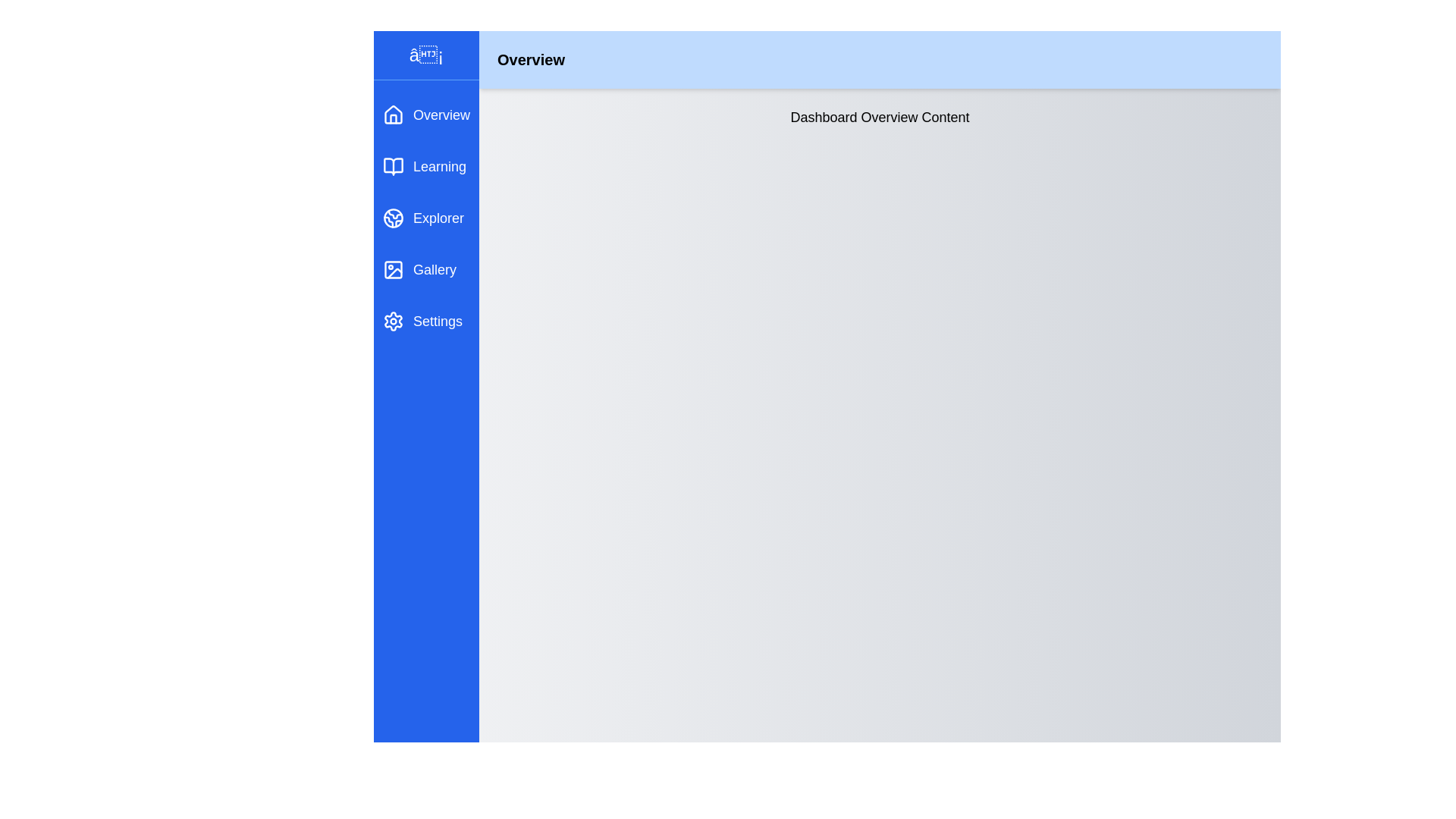 This screenshot has width=1456, height=819. I want to click on the 'Explorer' button in the sidebar, which is the third navigation button with a blue background and white text, so click(425, 218).